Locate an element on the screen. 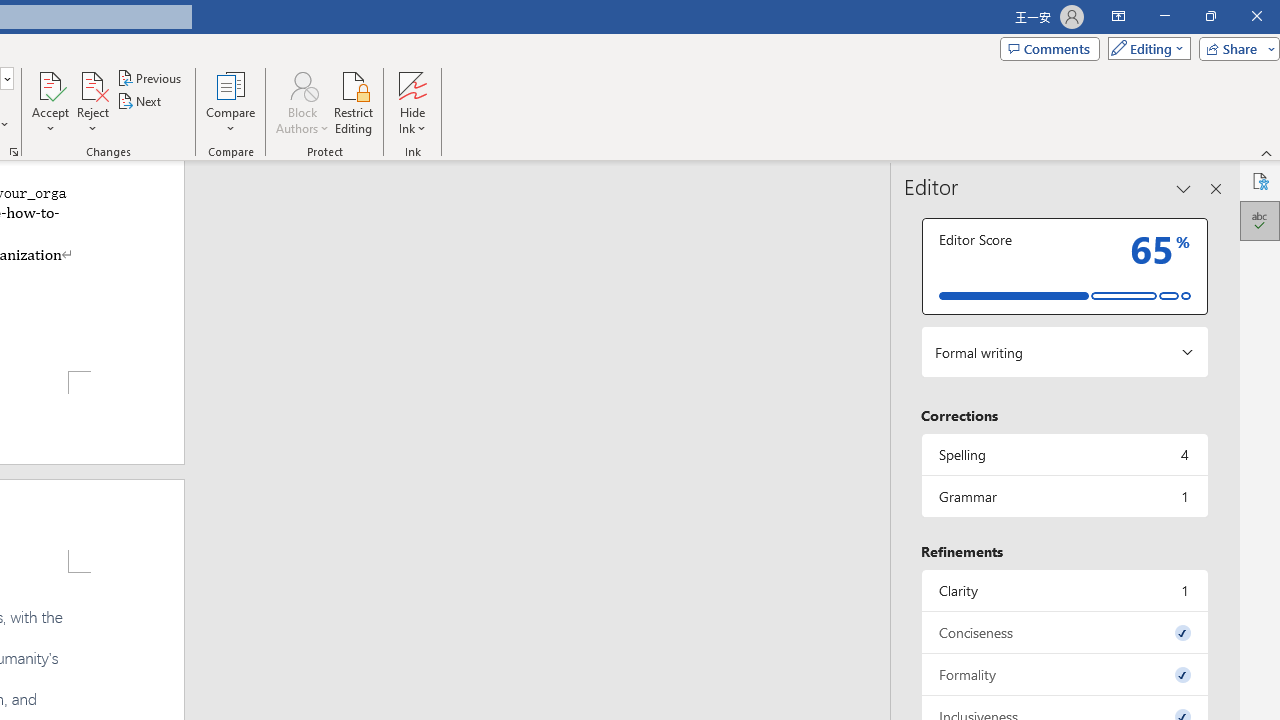  'Change Tracking Options...' is located at coordinates (14, 150).